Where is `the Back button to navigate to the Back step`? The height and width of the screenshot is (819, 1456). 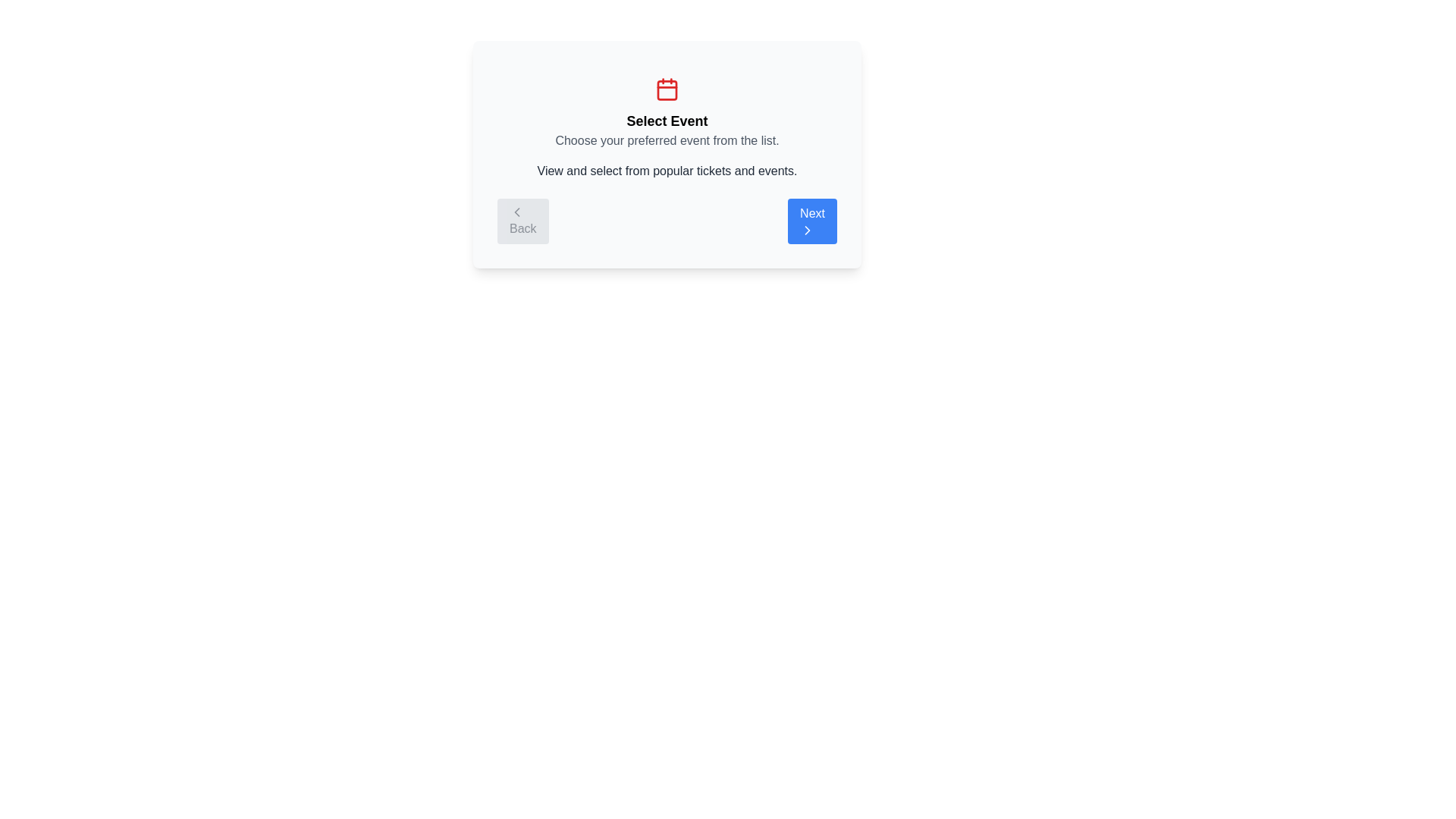
the Back button to navigate to the Back step is located at coordinates (522, 221).